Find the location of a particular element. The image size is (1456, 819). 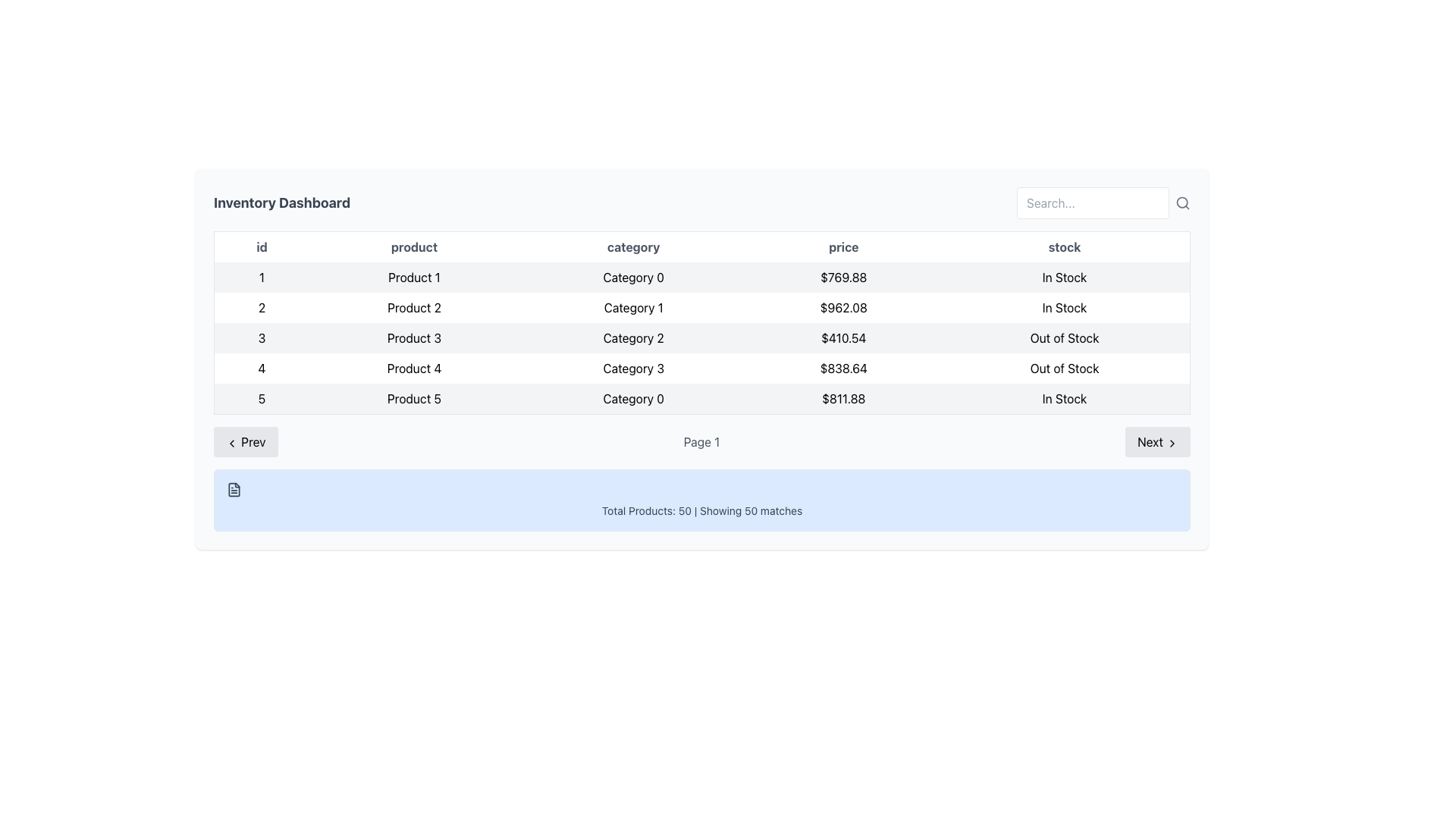

the text label that displays the total number of products available and the number currently displayed, located at the bottom section of the display area, centered horizontally underneath the product table is located at coordinates (701, 511).